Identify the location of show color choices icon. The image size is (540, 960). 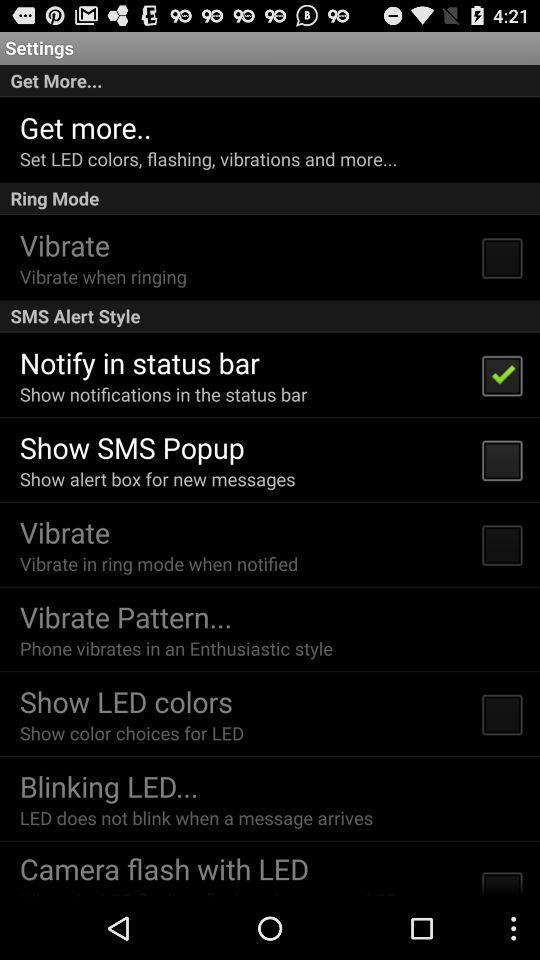
(131, 732).